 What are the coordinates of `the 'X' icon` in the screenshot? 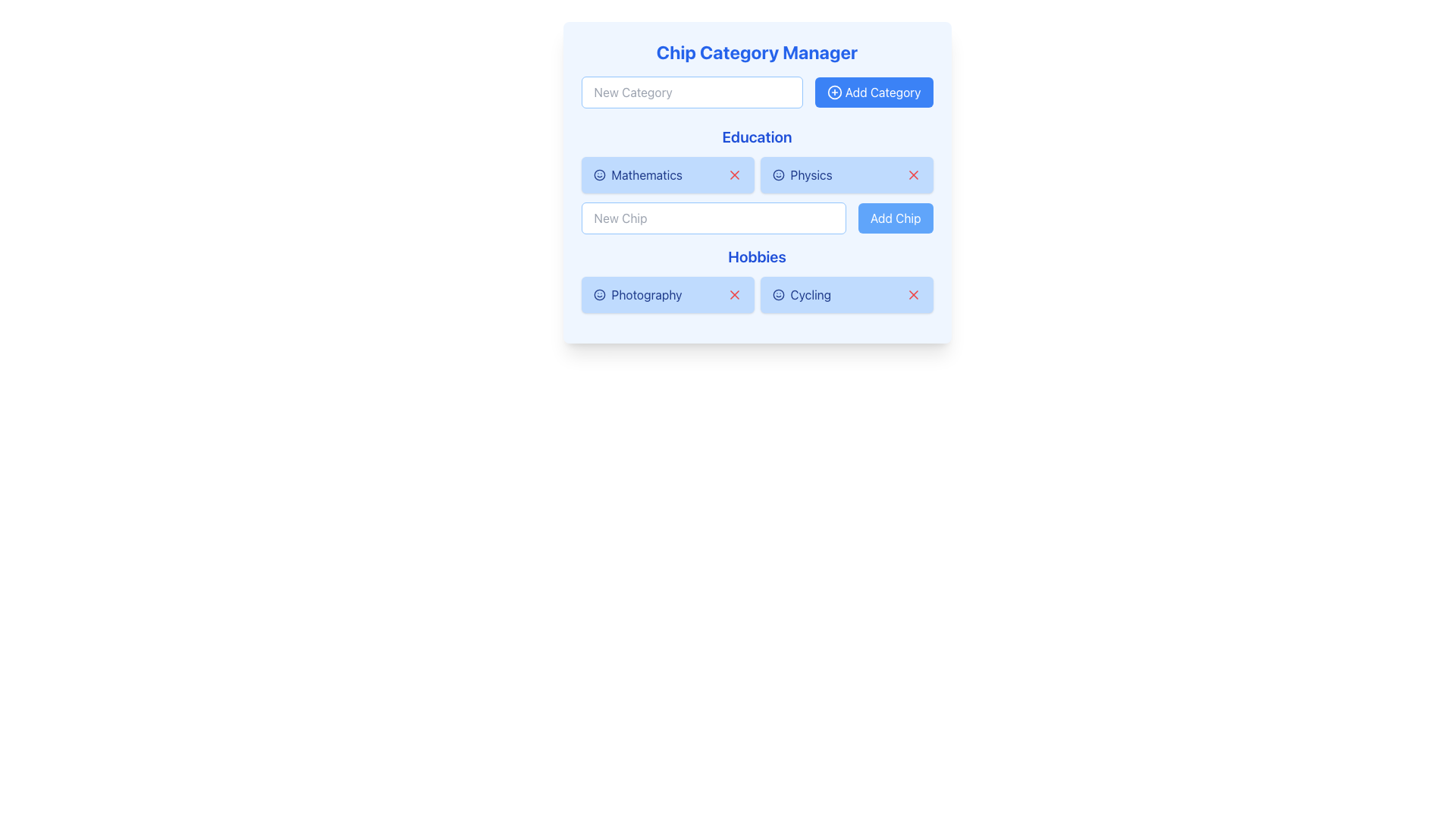 It's located at (912, 174).